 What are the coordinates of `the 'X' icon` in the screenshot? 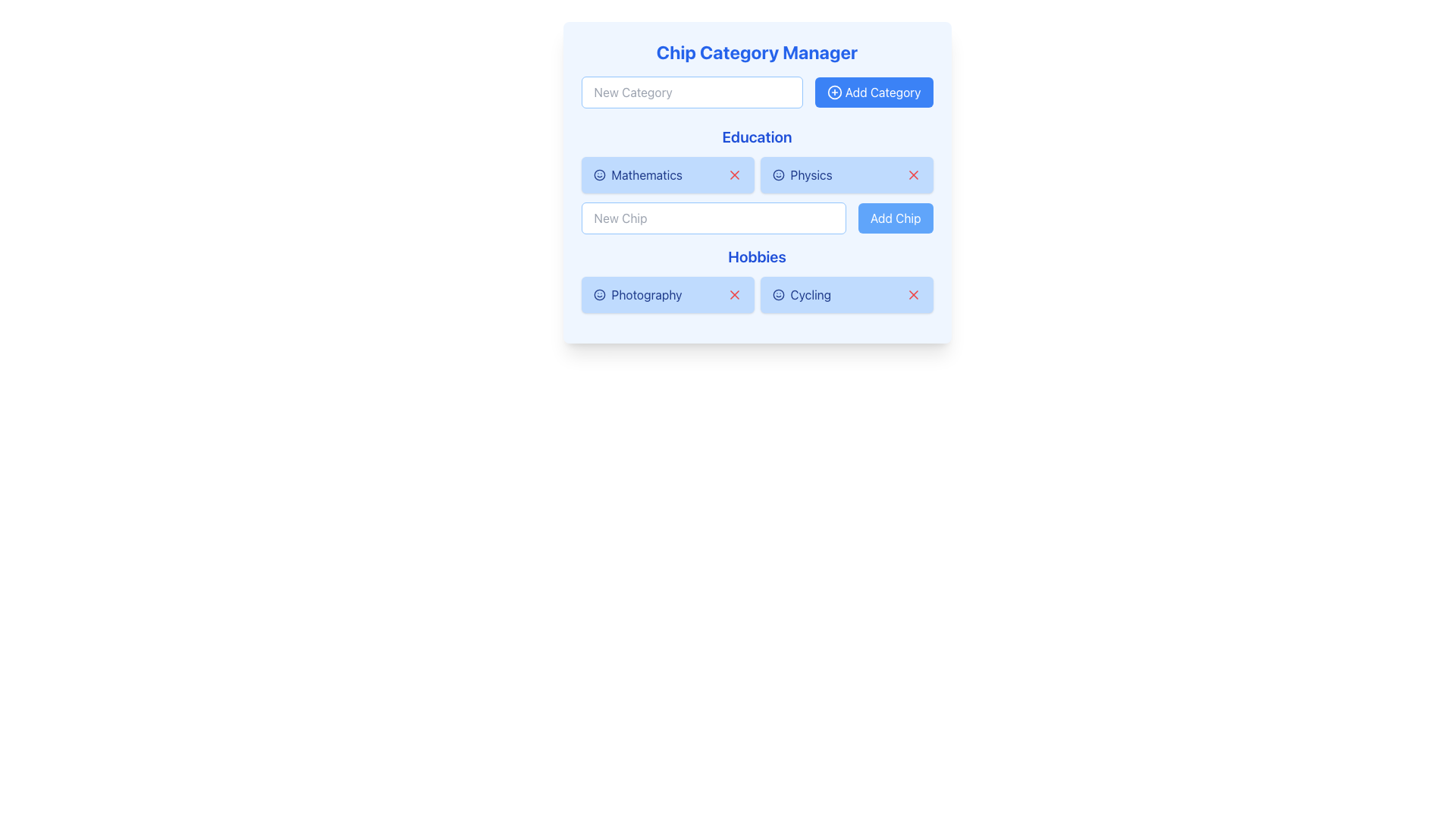 It's located at (912, 174).